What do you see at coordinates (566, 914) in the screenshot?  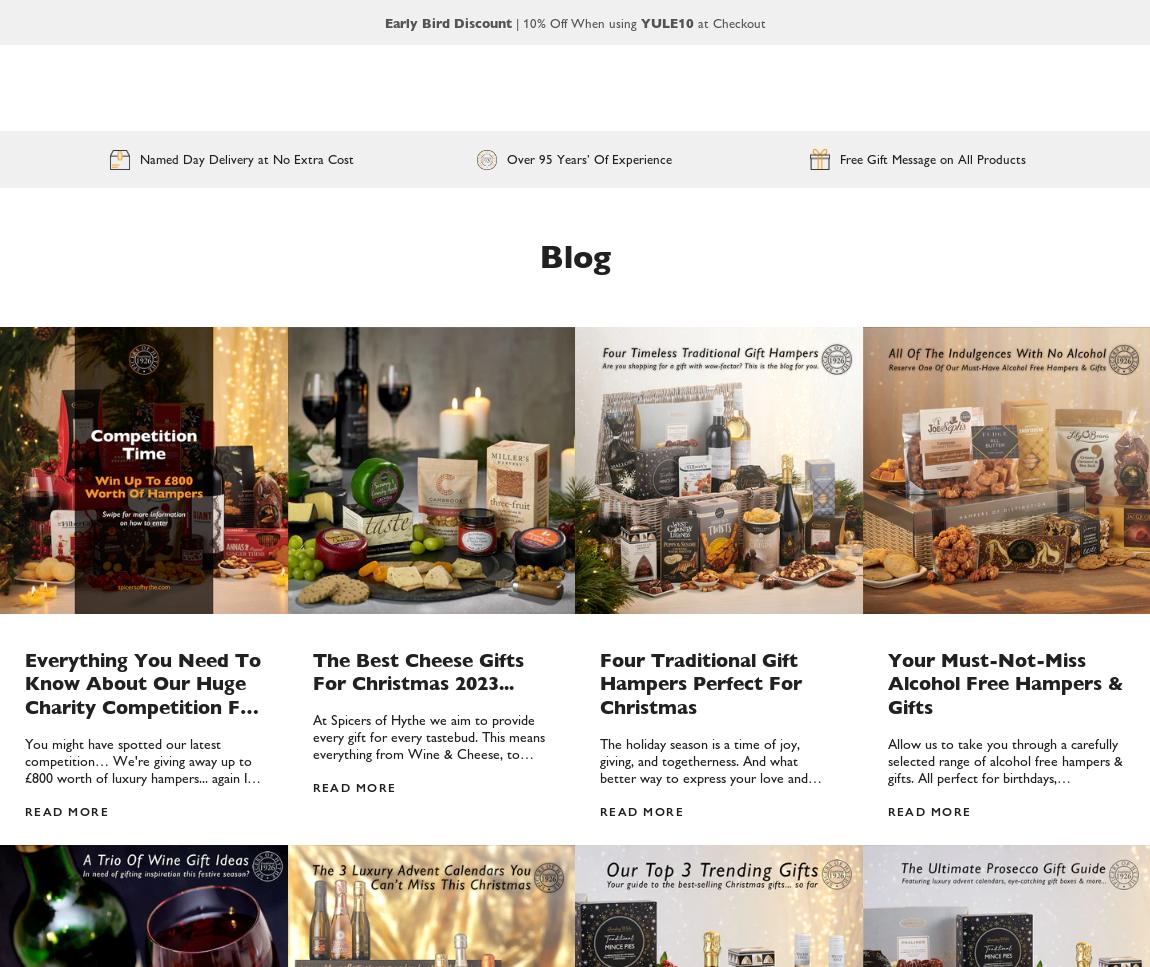 I see `'Reset'` at bounding box center [566, 914].